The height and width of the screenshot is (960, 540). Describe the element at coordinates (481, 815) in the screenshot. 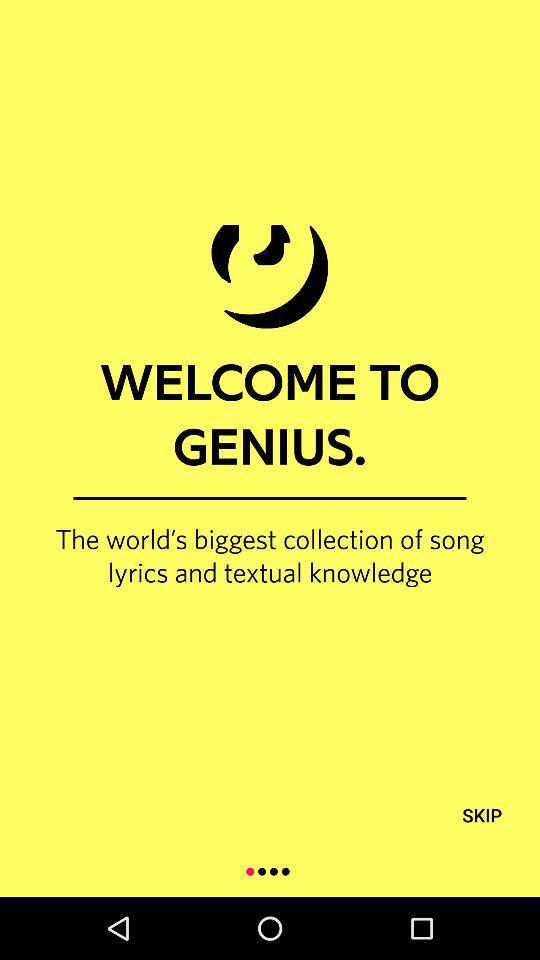

I see `icon below the world s` at that location.